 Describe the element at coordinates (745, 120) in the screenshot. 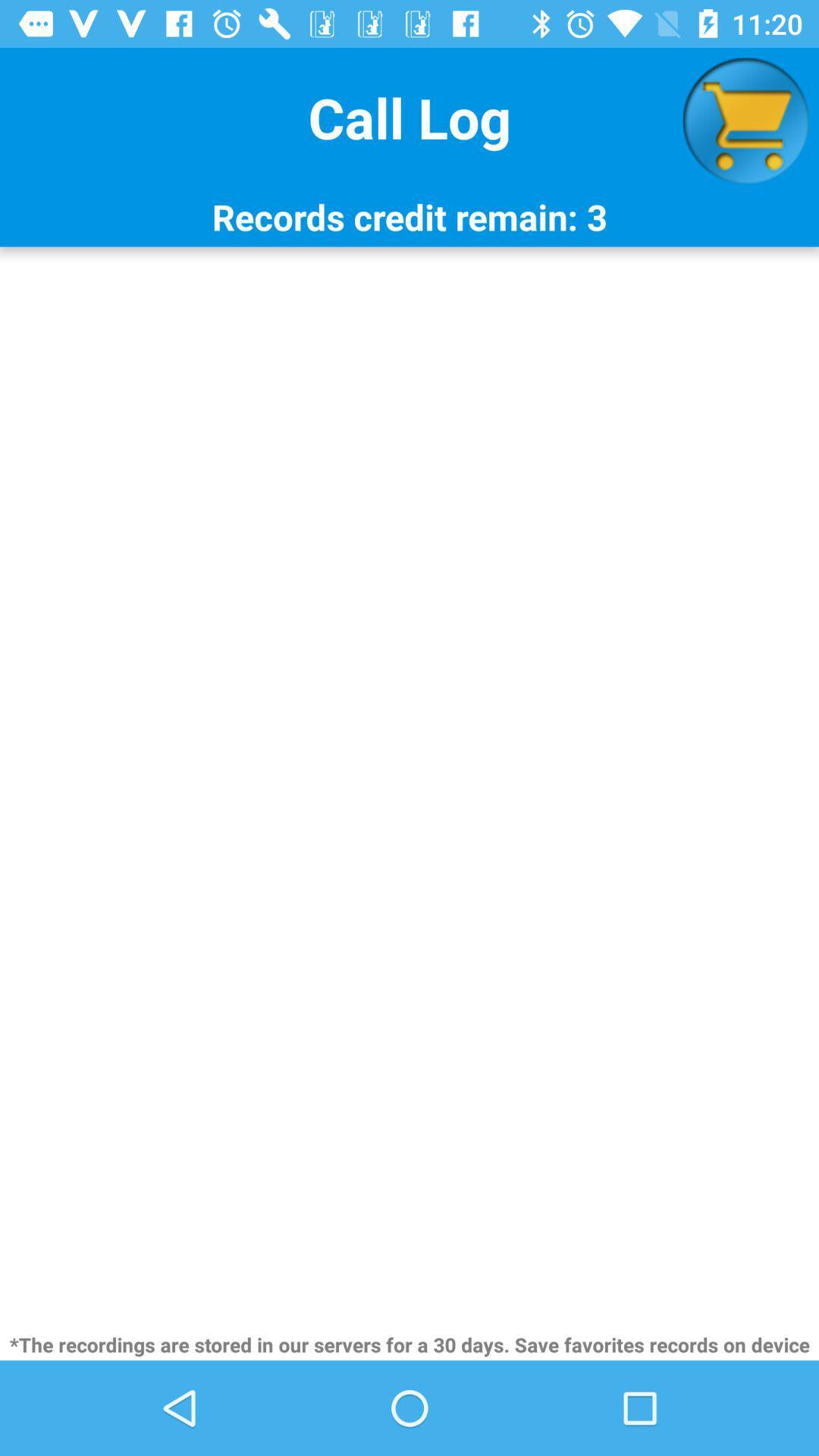

I see `icon at the top right corner` at that location.